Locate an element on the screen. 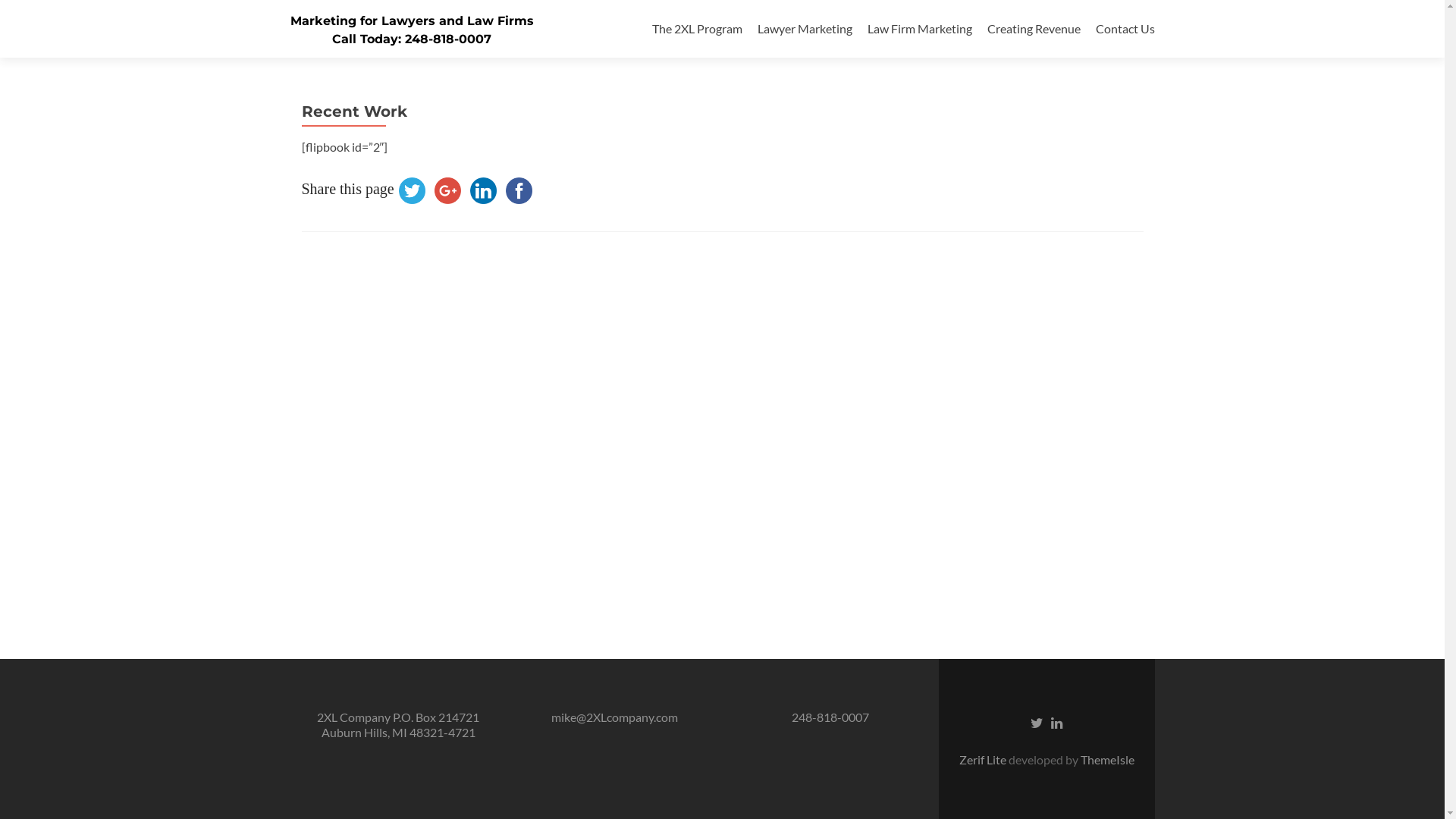  'google' is located at coordinates (447, 190).